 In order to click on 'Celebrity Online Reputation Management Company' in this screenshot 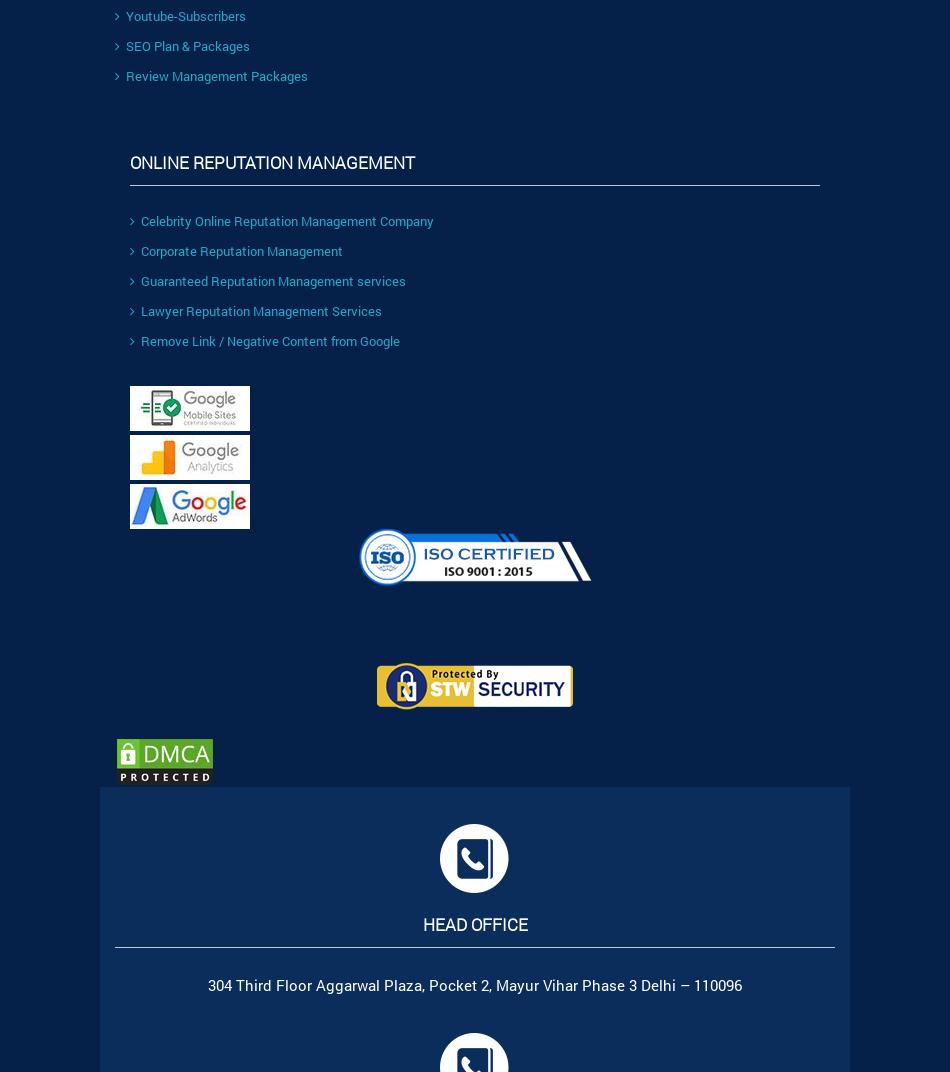, I will do `click(286, 219)`.